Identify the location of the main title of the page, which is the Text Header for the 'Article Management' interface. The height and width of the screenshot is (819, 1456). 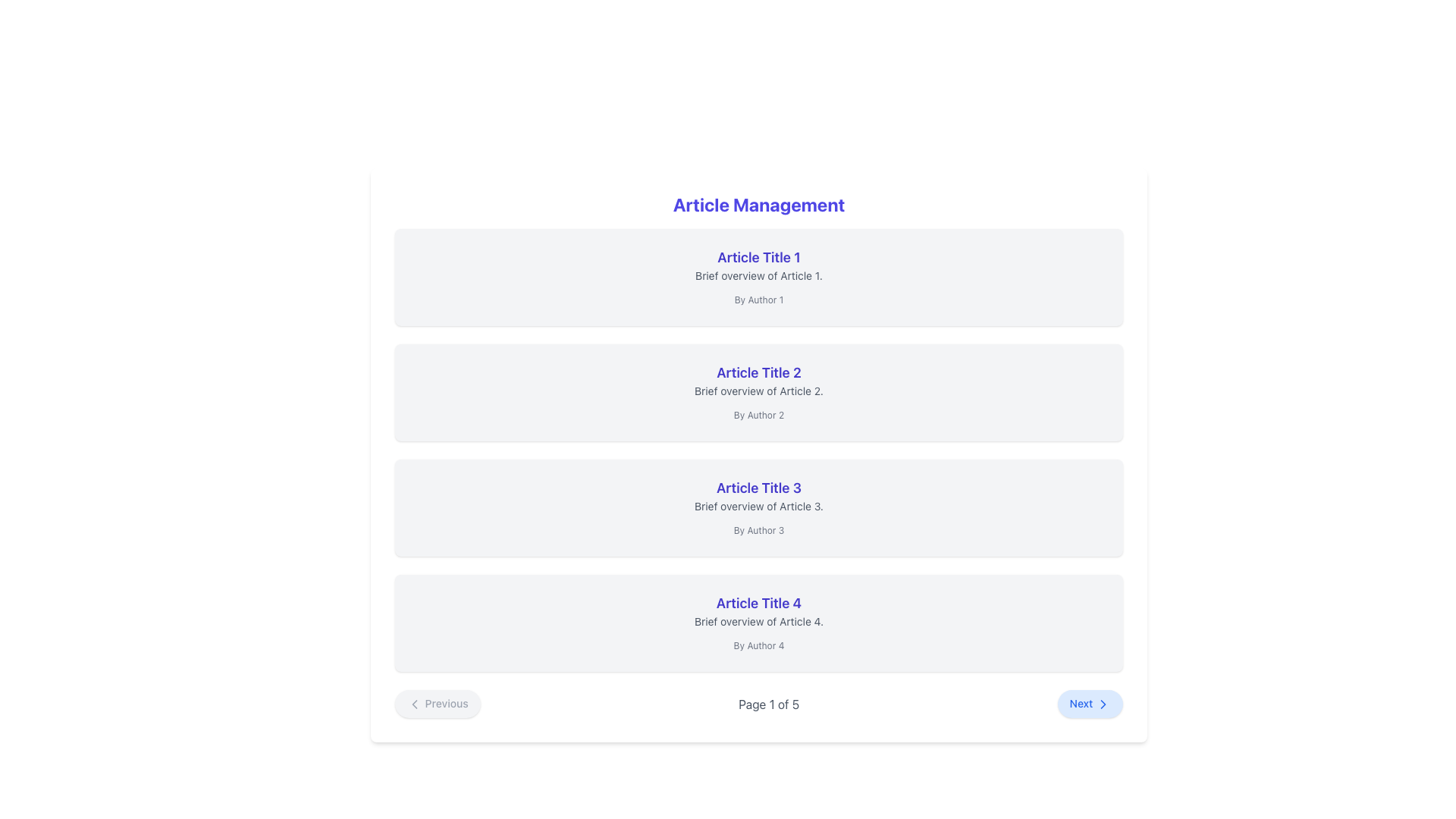
(759, 205).